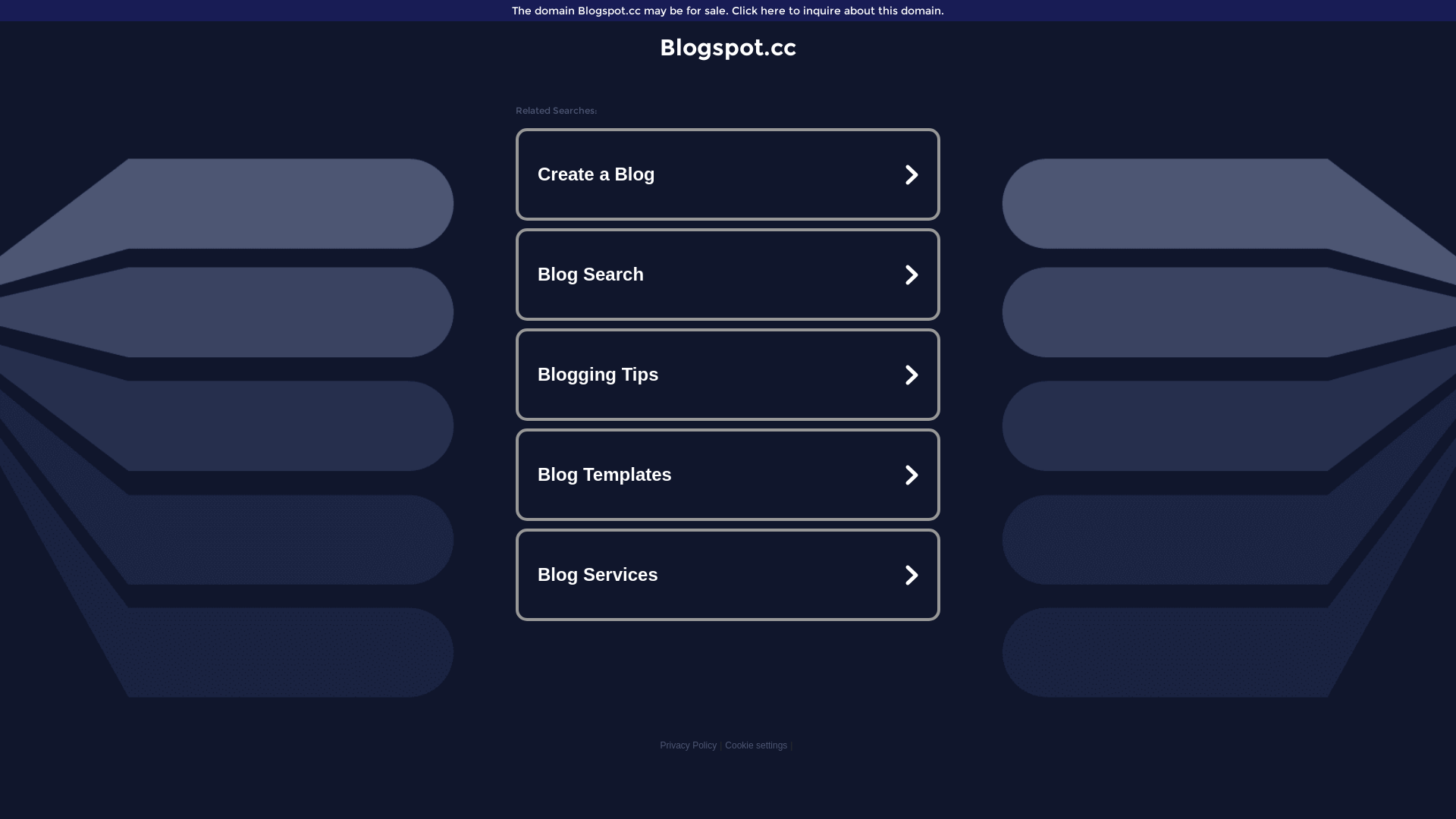  What do you see at coordinates (728, 473) in the screenshot?
I see `'Blog Templates'` at bounding box center [728, 473].